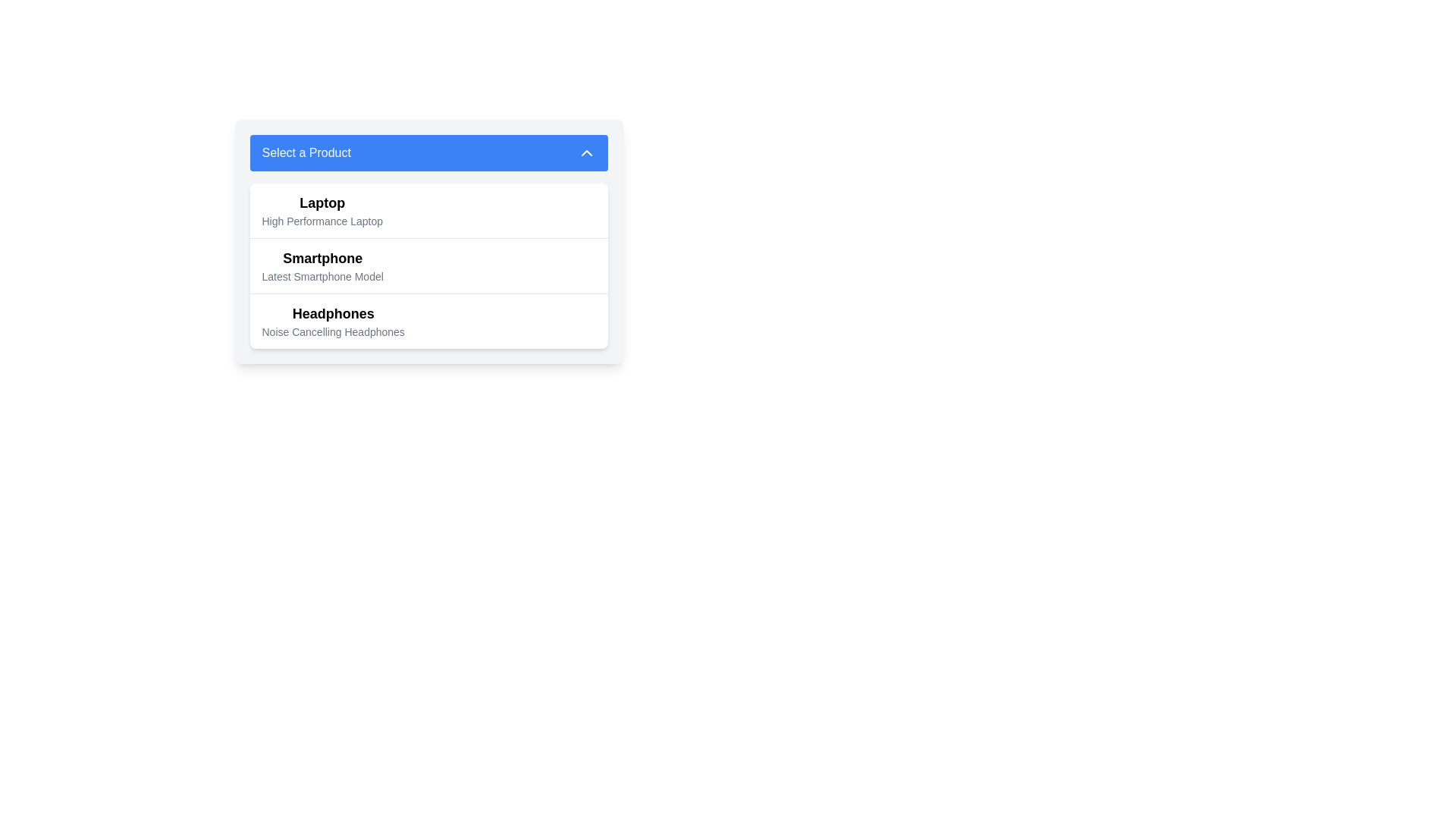  What do you see at coordinates (428, 210) in the screenshot?
I see `the selectable item labeled 'Laptop' in the dropdown list` at bounding box center [428, 210].